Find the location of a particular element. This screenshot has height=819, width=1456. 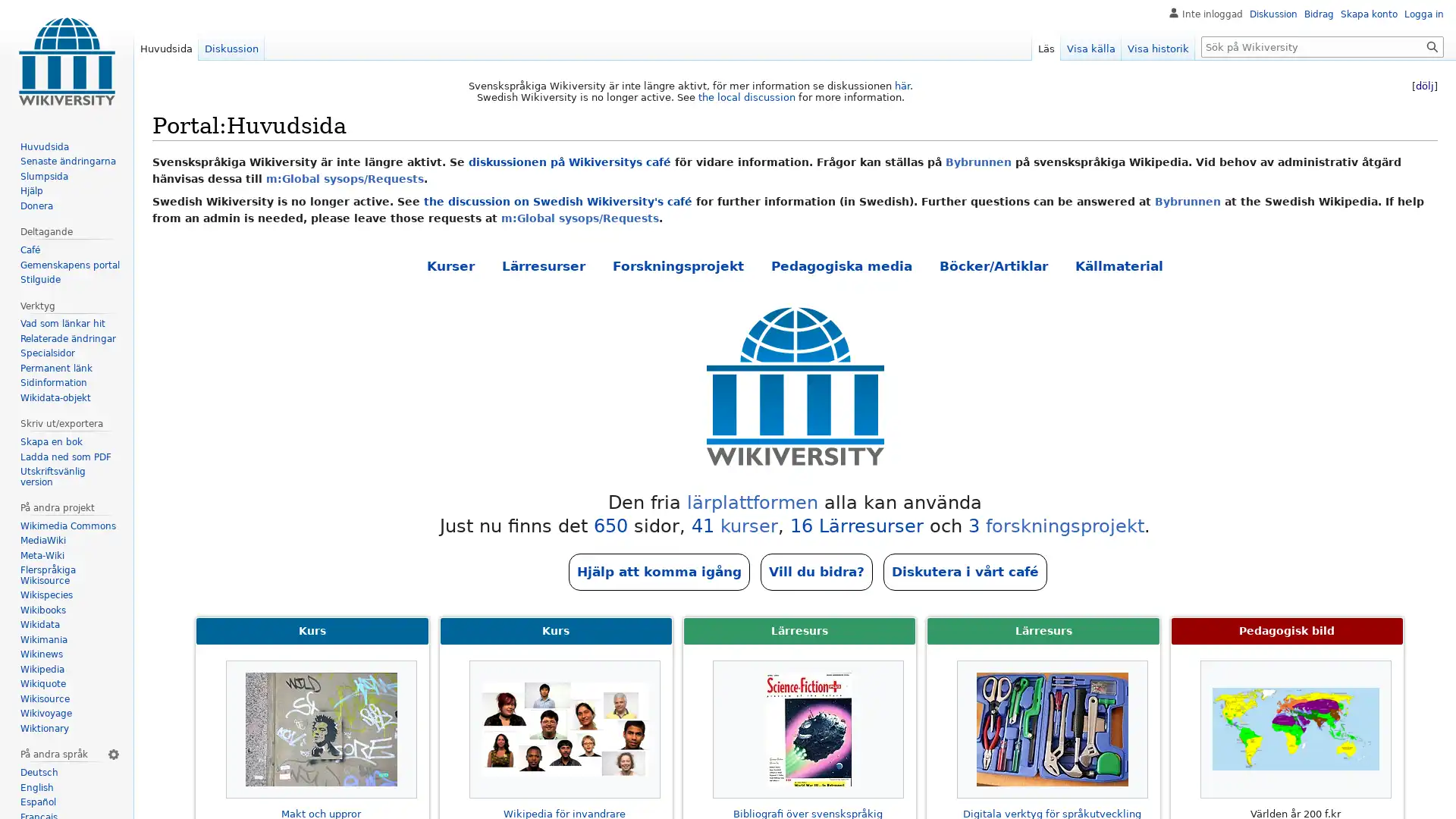

Ga till is located at coordinates (1432, 45).